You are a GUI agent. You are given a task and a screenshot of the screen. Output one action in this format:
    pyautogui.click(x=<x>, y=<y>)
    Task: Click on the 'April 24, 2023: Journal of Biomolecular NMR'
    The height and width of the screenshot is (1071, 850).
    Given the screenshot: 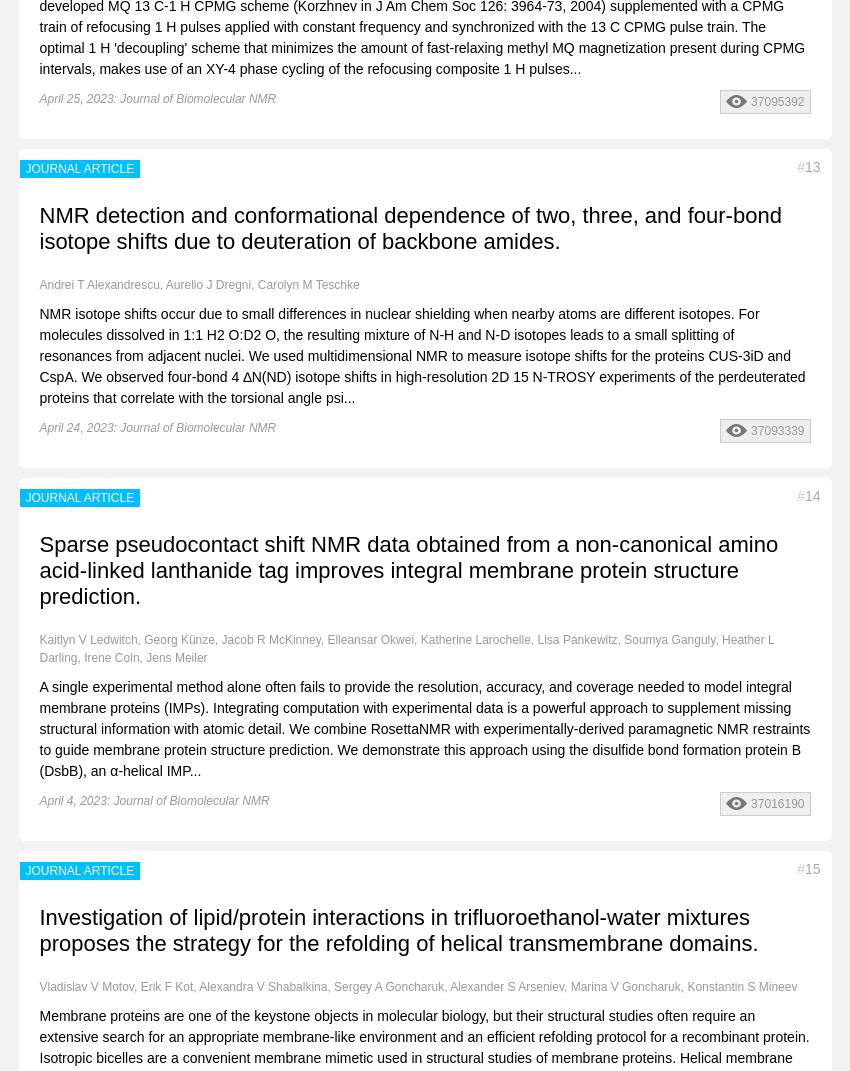 What is the action you would take?
    pyautogui.click(x=38, y=427)
    